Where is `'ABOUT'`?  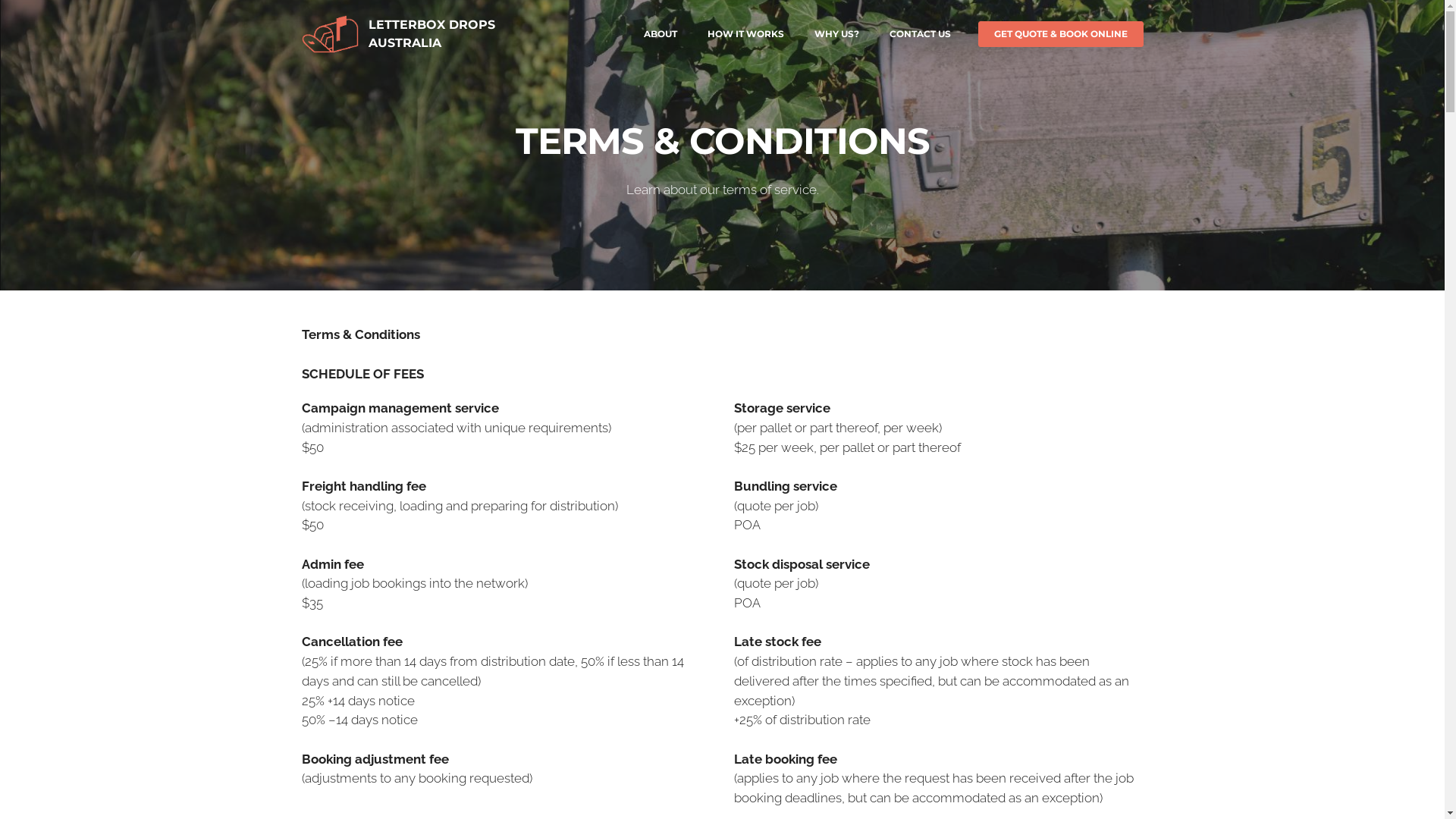 'ABOUT' is located at coordinates (659, 34).